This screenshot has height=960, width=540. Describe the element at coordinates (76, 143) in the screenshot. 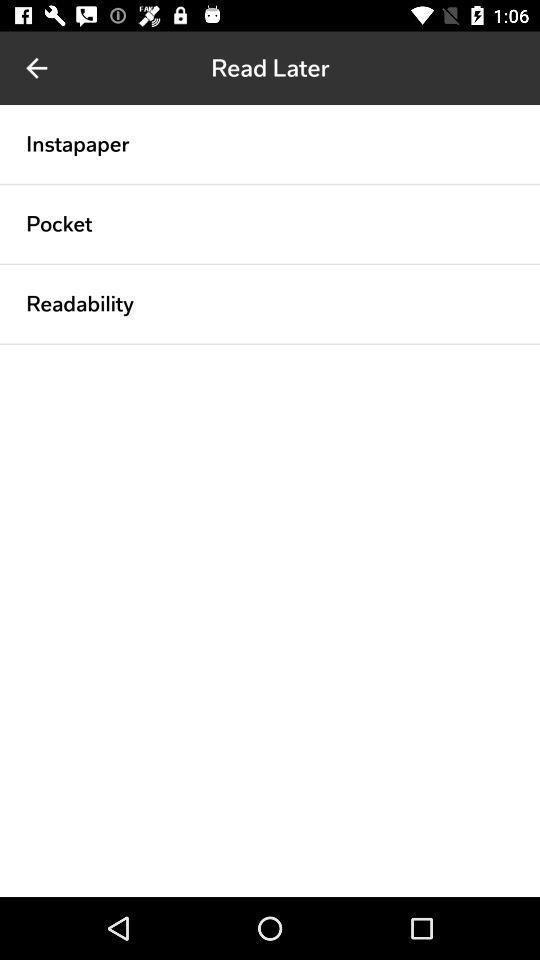

I see `the instapaper icon` at that location.